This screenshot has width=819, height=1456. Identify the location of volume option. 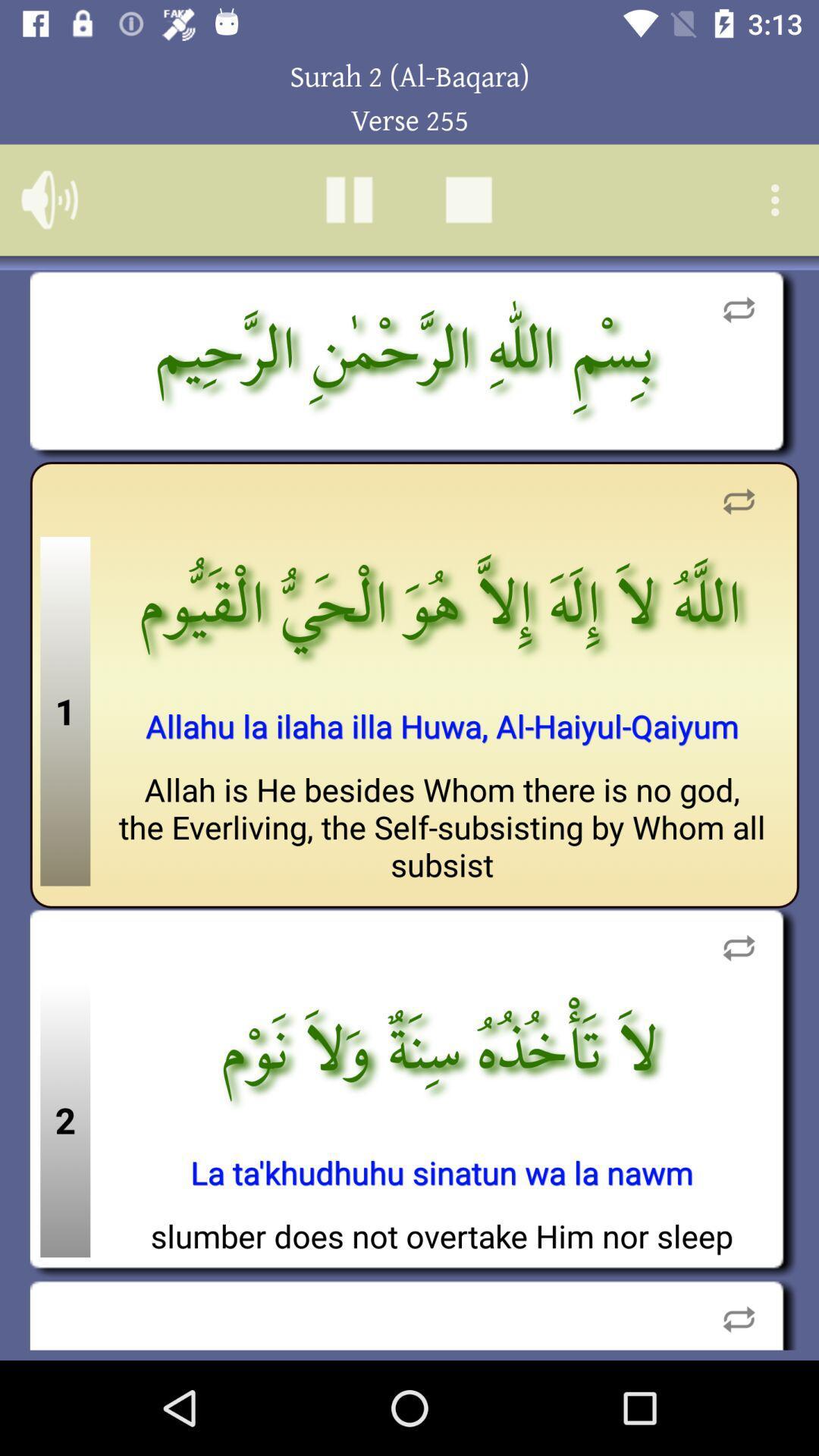
(49, 199).